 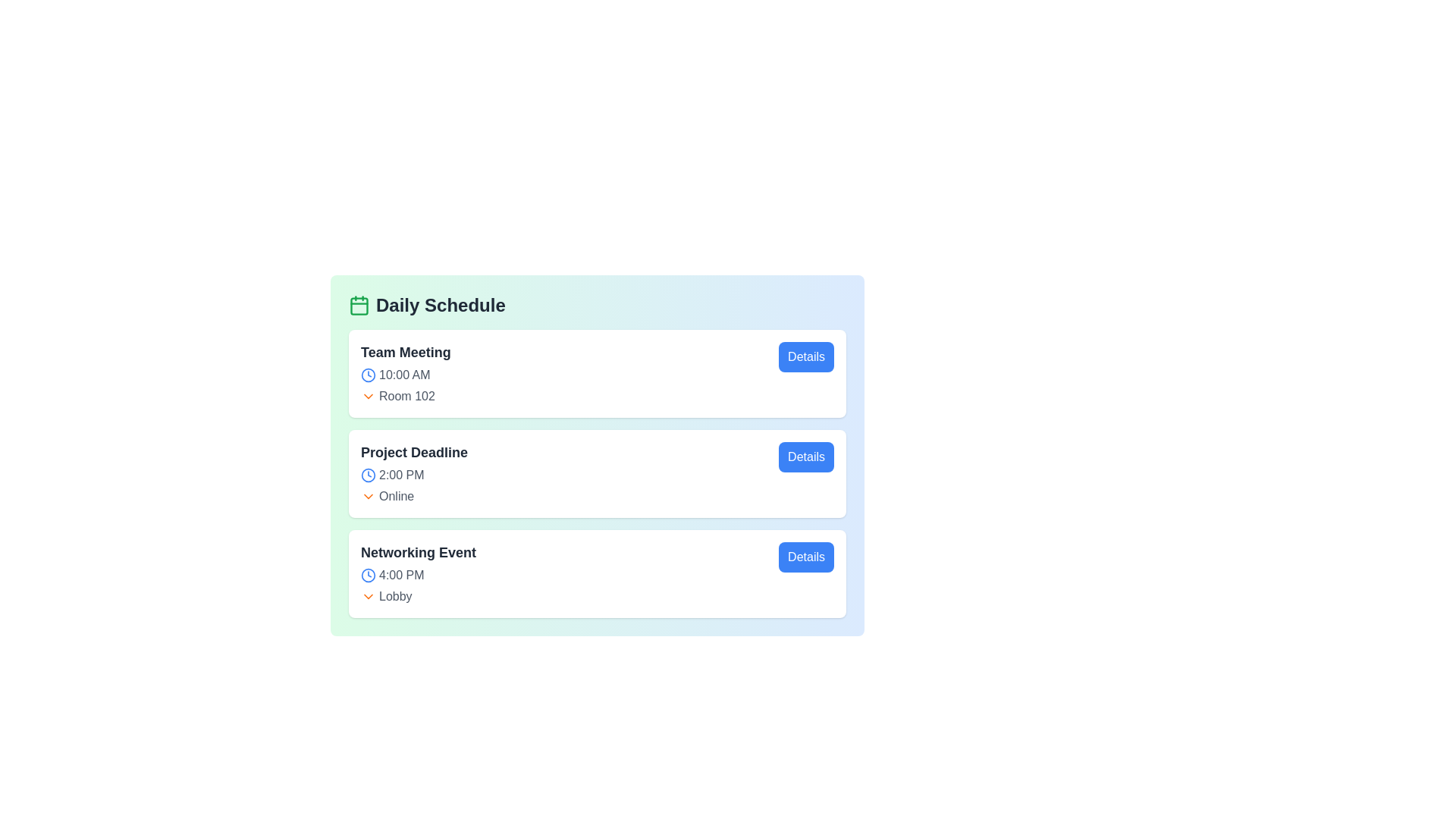 I want to click on the text label indicating '4:00 PM' for the 'Networking Event' in the schedule interface, so click(x=401, y=576).